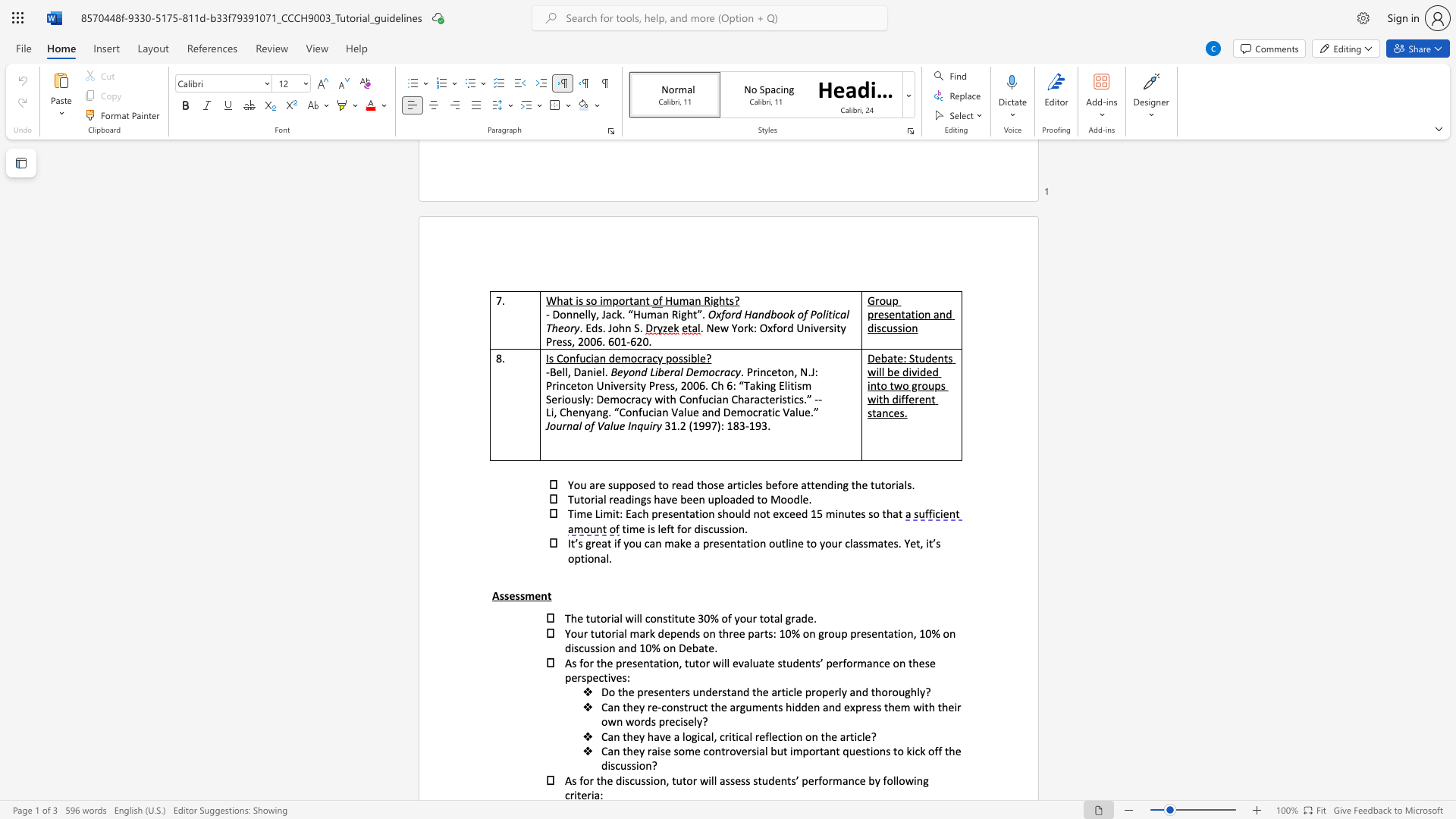  I want to click on the subset text "10% on group presentation, 10% on discussion and 10%" within the text "Your tutorial mark depends on three parts: 10% on group presentation, 10% on discussion and 10% on Debate.", so click(779, 633).